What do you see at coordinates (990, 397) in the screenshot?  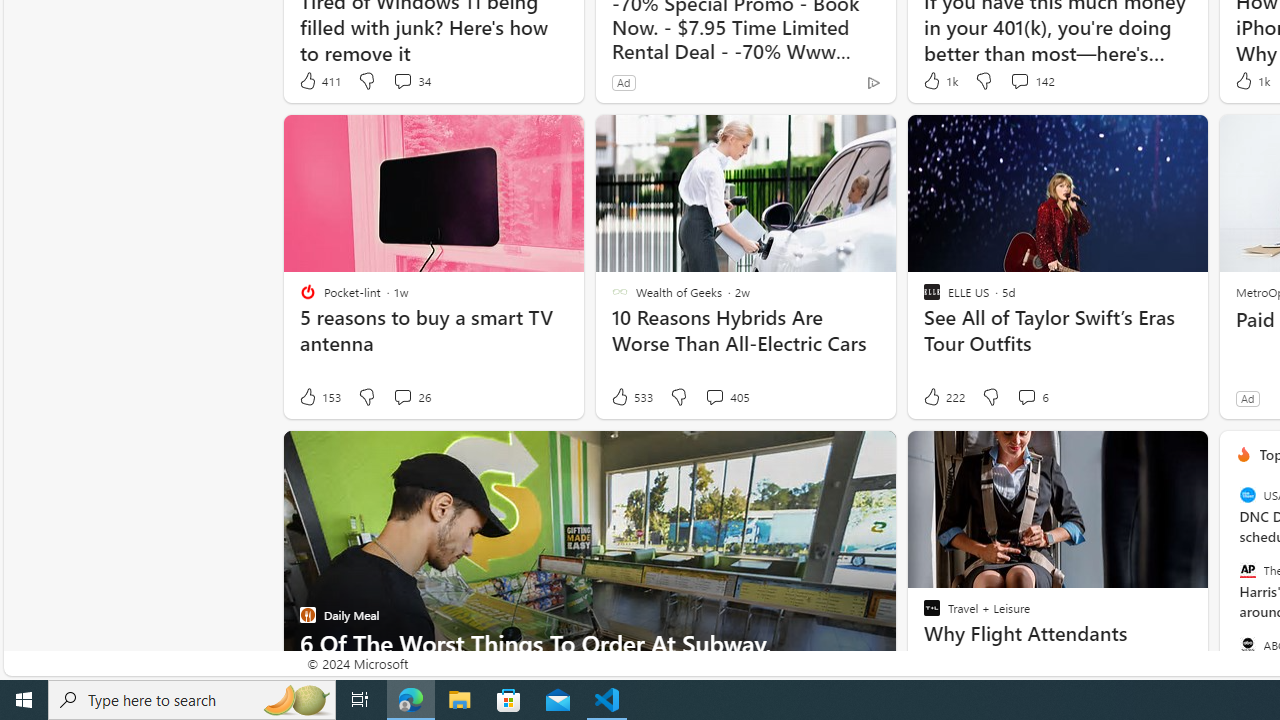 I see `'Dislike'` at bounding box center [990, 397].